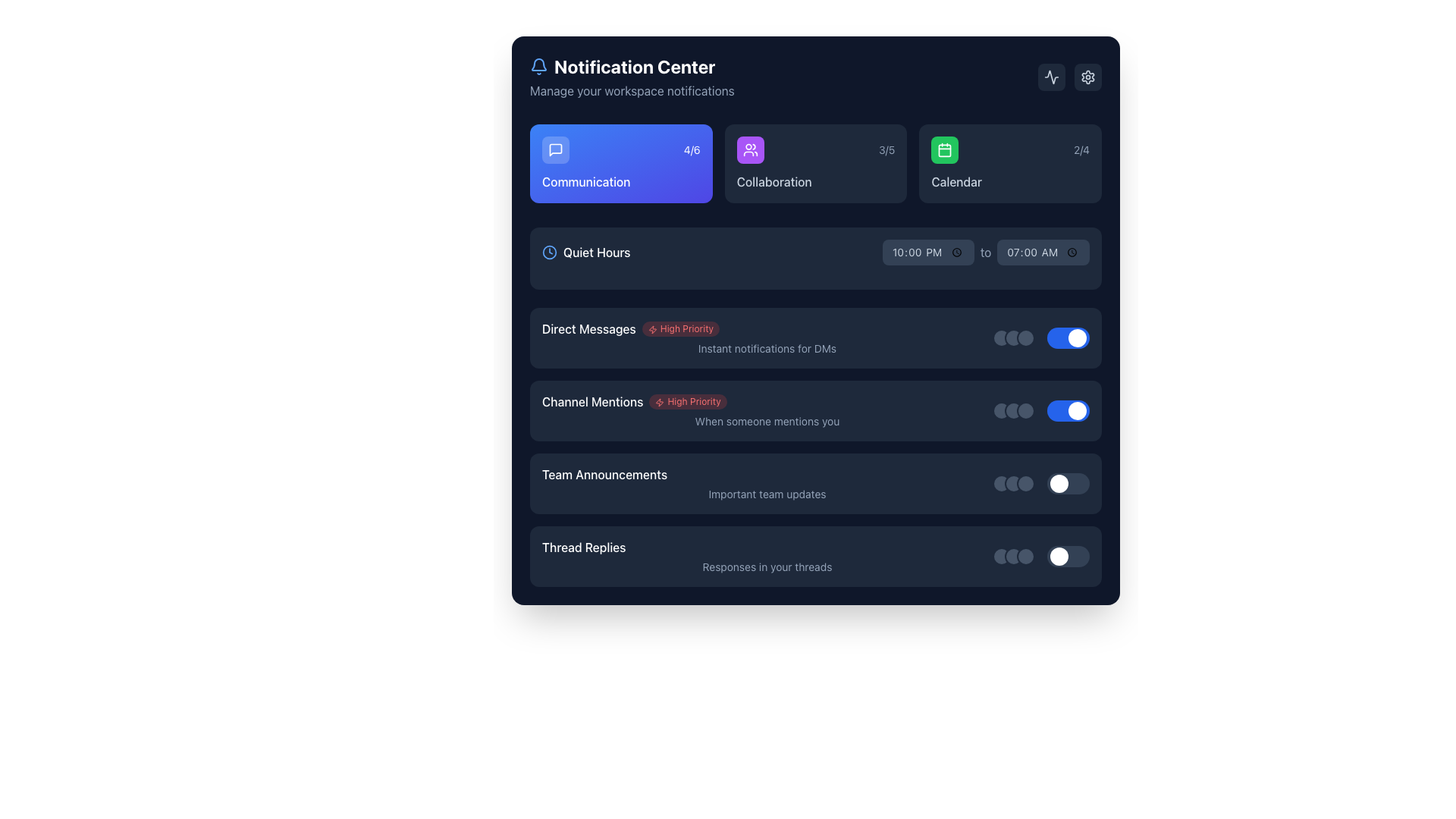  Describe the element at coordinates (1040, 337) in the screenshot. I see `the interactive toggle switch component for 'Direct Messages'` at that location.